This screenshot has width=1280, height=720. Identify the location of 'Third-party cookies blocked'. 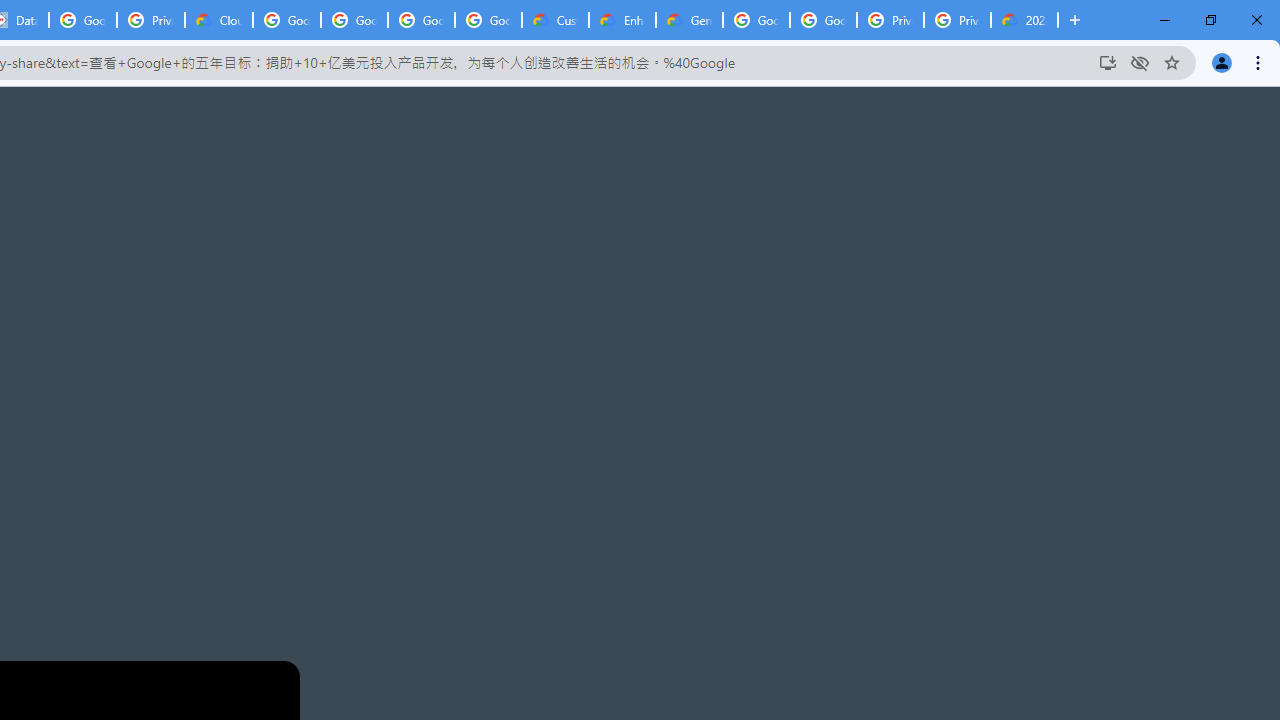
(1139, 61).